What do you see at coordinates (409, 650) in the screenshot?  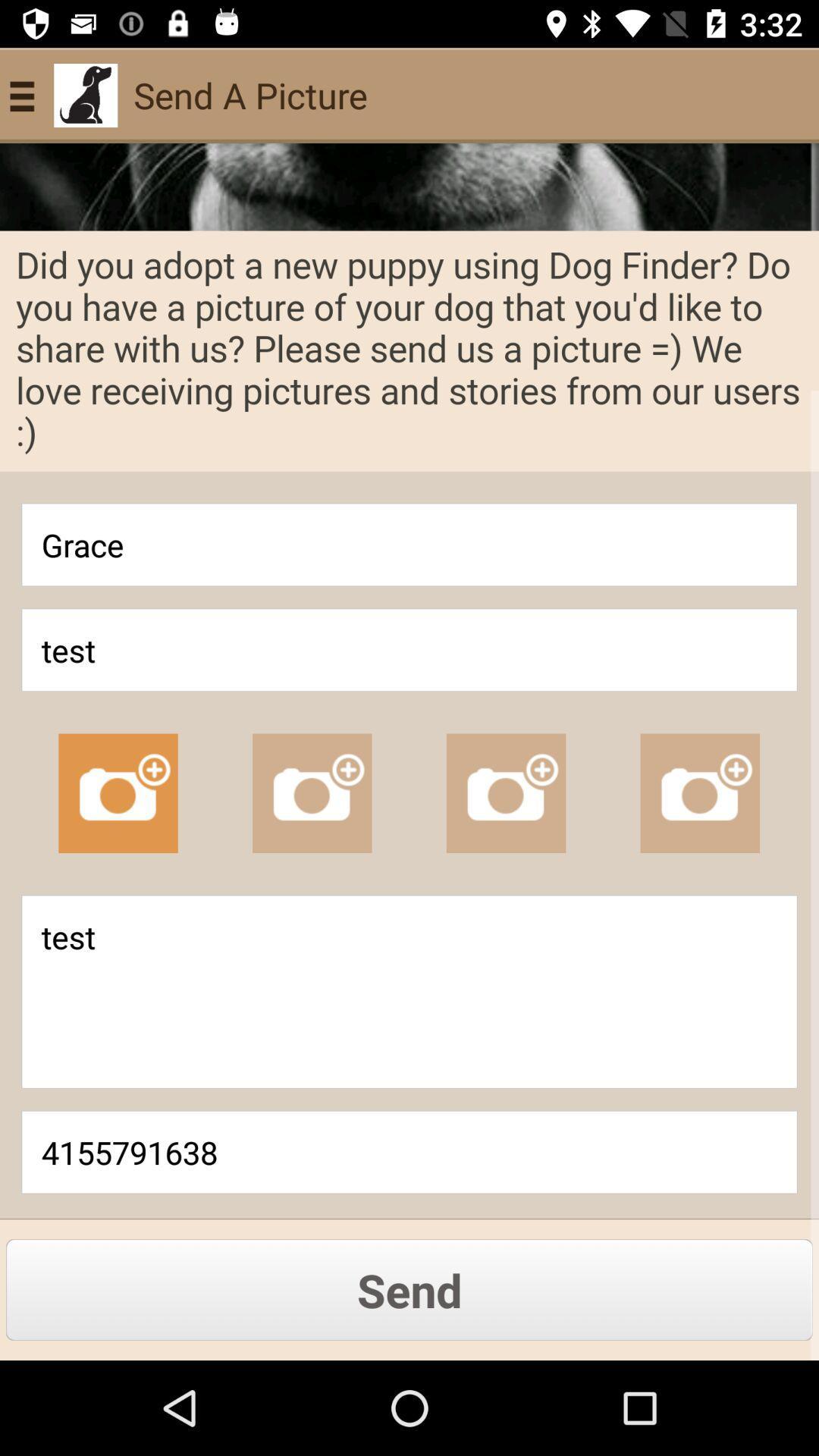 I see `the button which is below the grace` at bounding box center [409, 650].